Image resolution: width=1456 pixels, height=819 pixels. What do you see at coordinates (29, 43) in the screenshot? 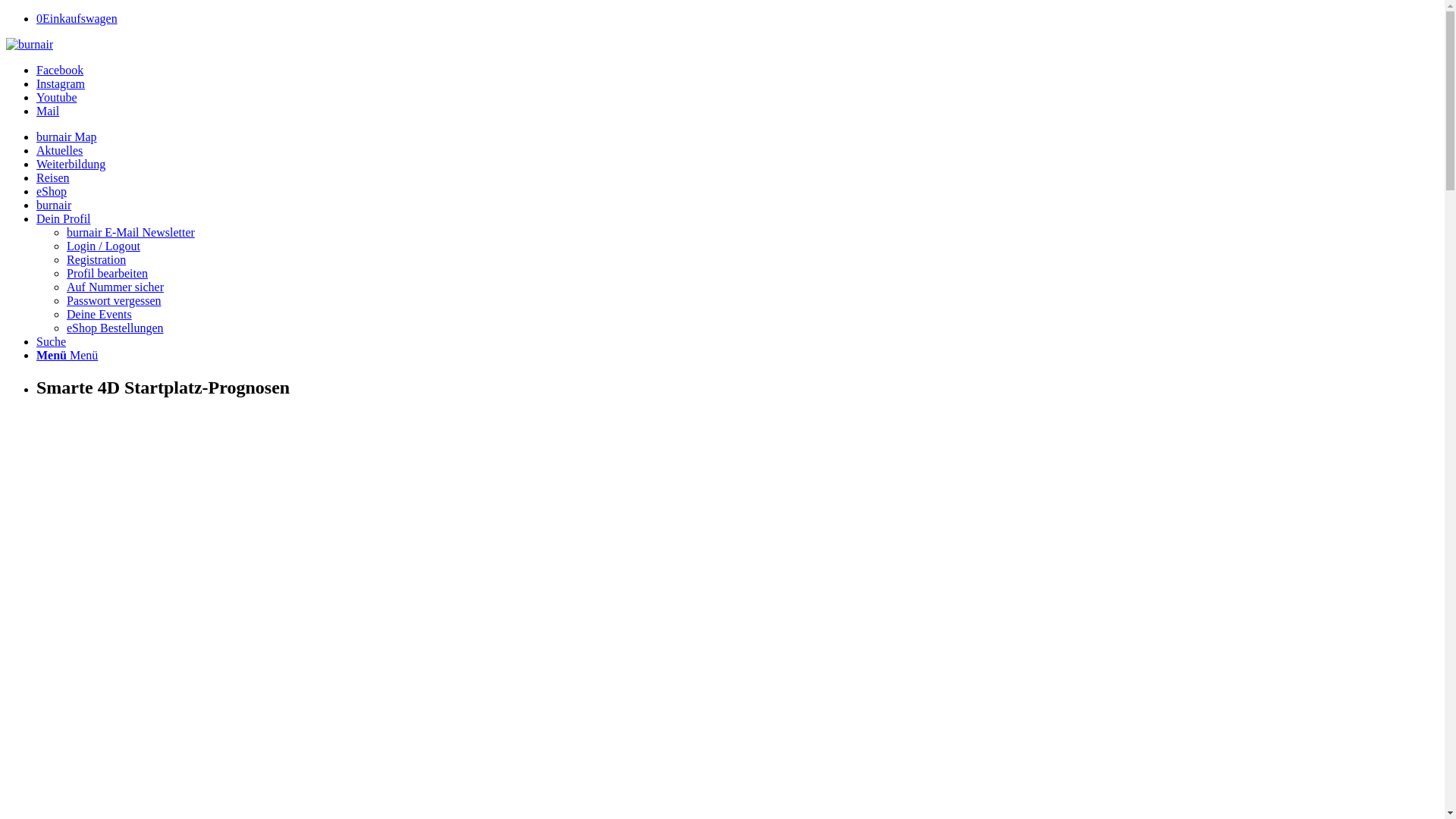
I see `'Logo_enfold_Website.fw'` at bounding box center [29, 43].